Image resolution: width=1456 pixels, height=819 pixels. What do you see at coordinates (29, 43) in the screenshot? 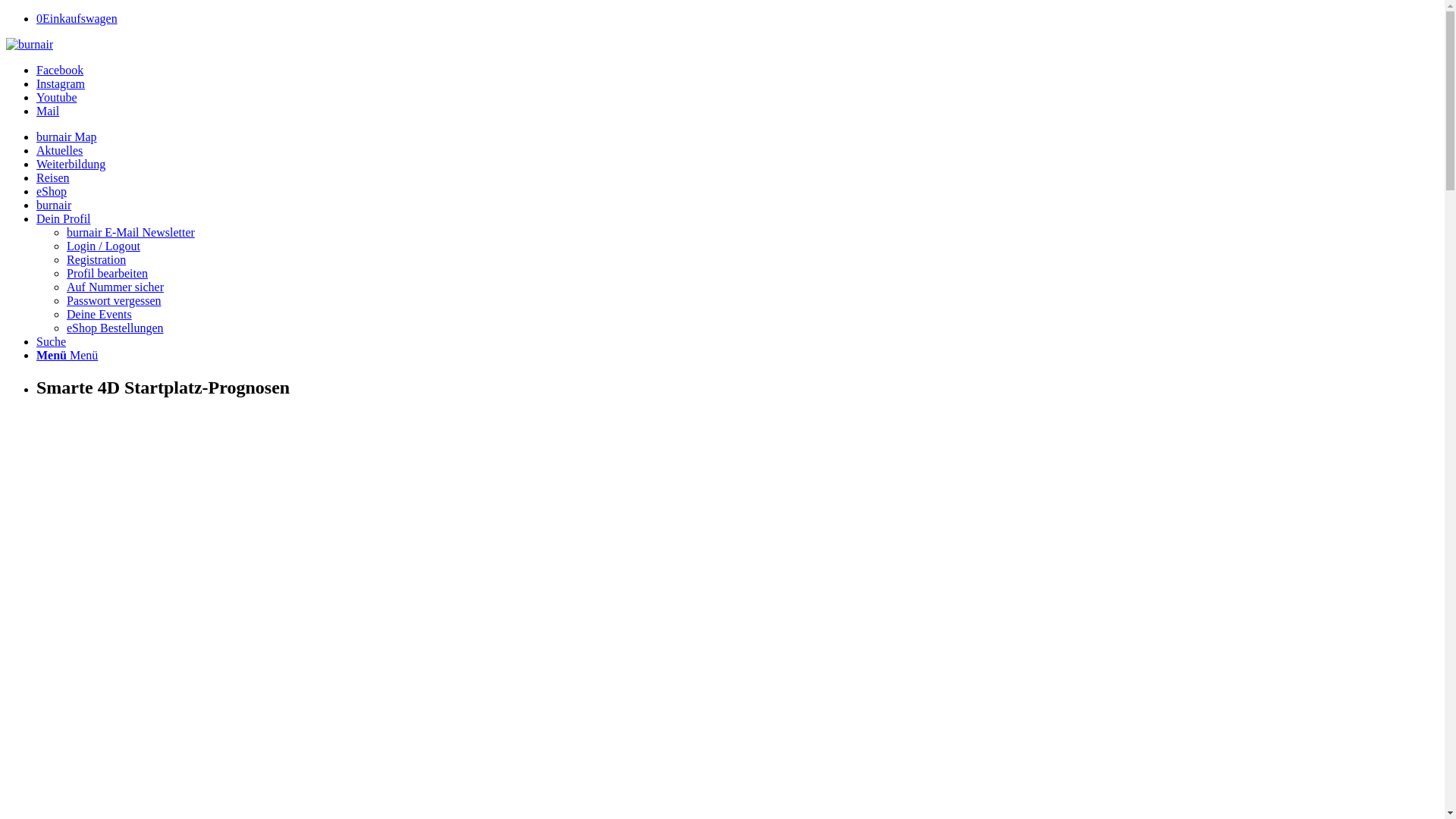
I see `'Logo_enfold_Website.fw'` at bounding box center [29, 43].